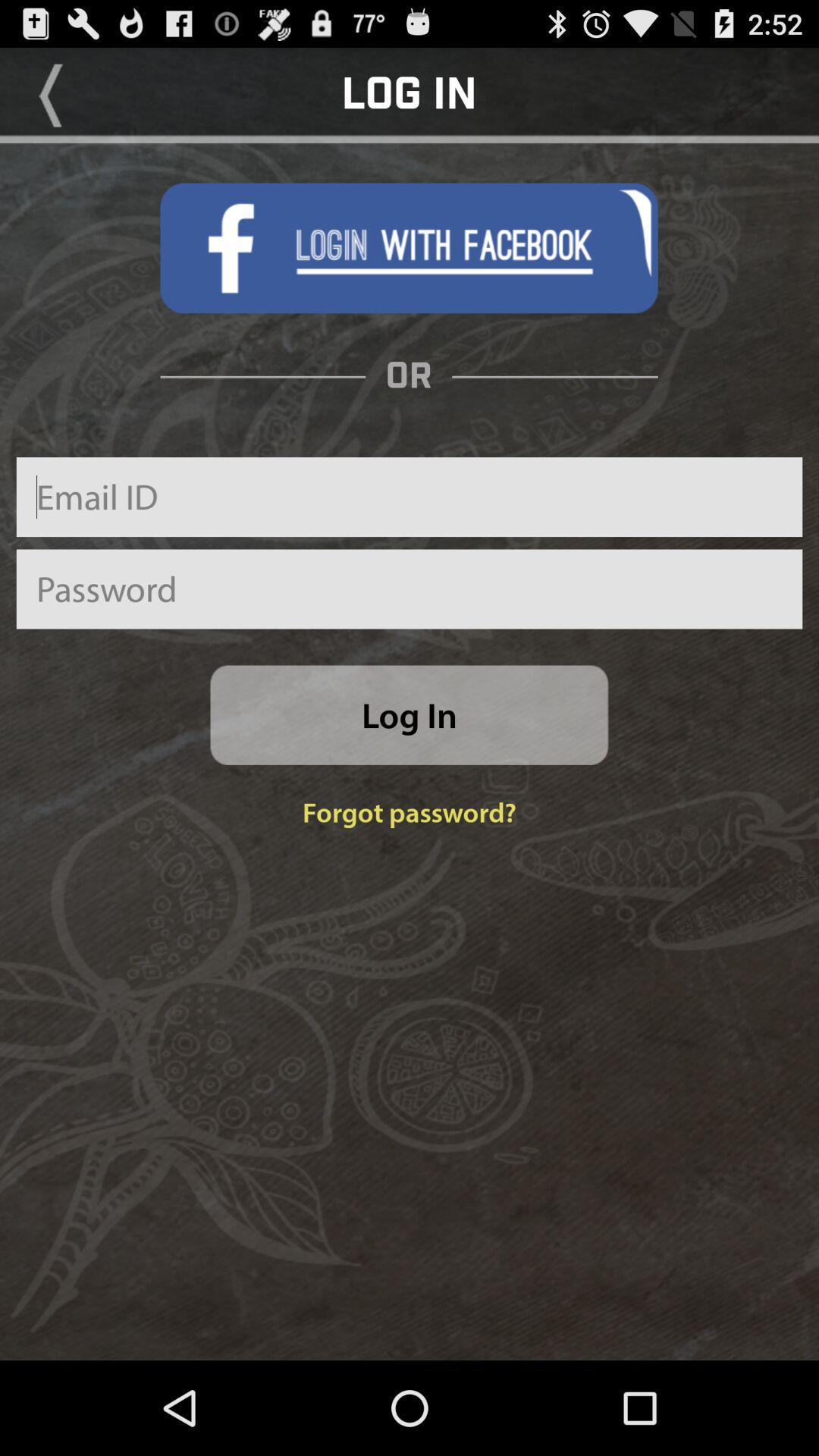  Describe the element at coordinates (408, 248) in the screenshot. I see `login using facebook` at that location.